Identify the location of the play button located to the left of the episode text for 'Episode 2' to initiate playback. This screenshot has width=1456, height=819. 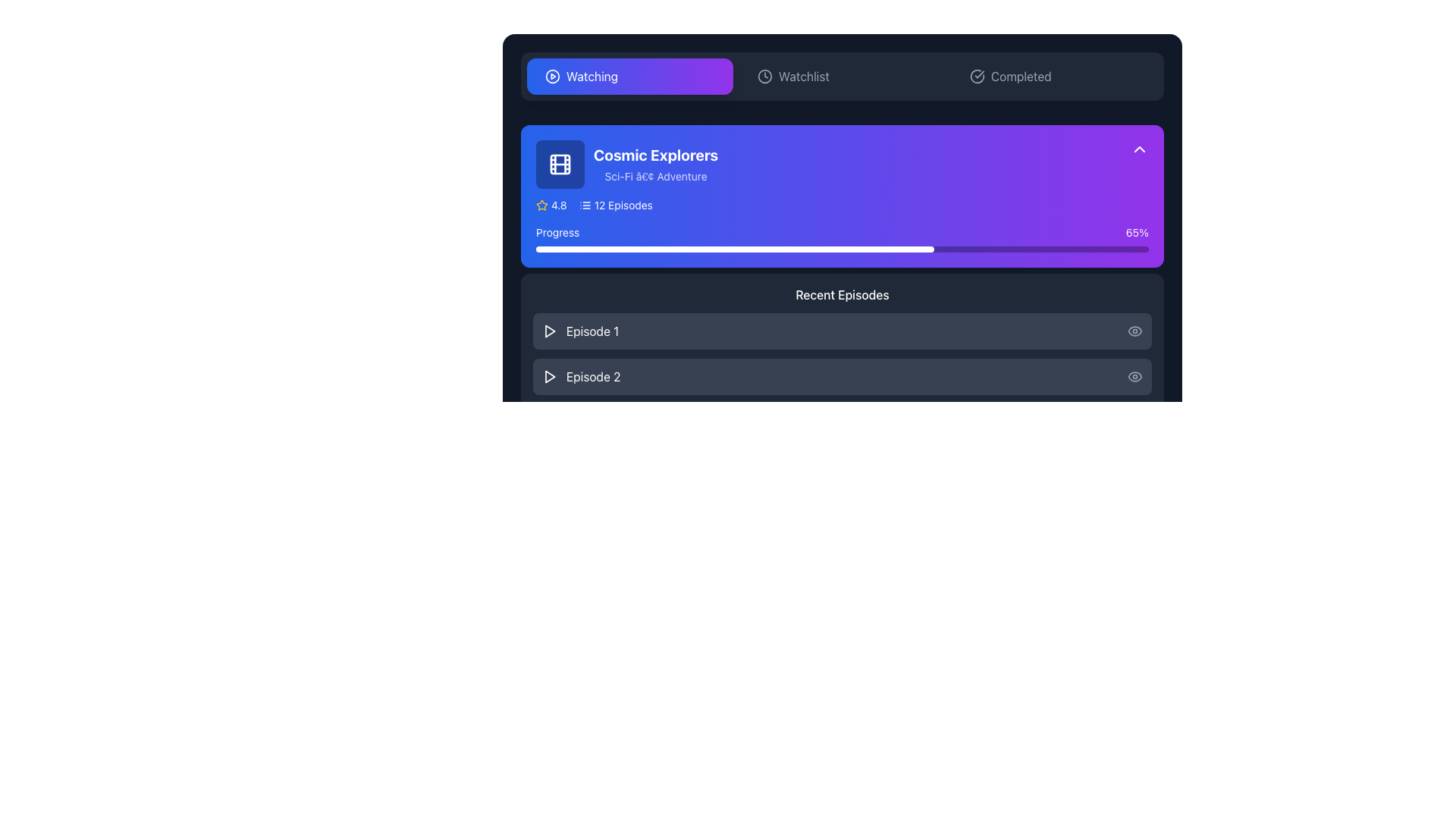
(548, 376).